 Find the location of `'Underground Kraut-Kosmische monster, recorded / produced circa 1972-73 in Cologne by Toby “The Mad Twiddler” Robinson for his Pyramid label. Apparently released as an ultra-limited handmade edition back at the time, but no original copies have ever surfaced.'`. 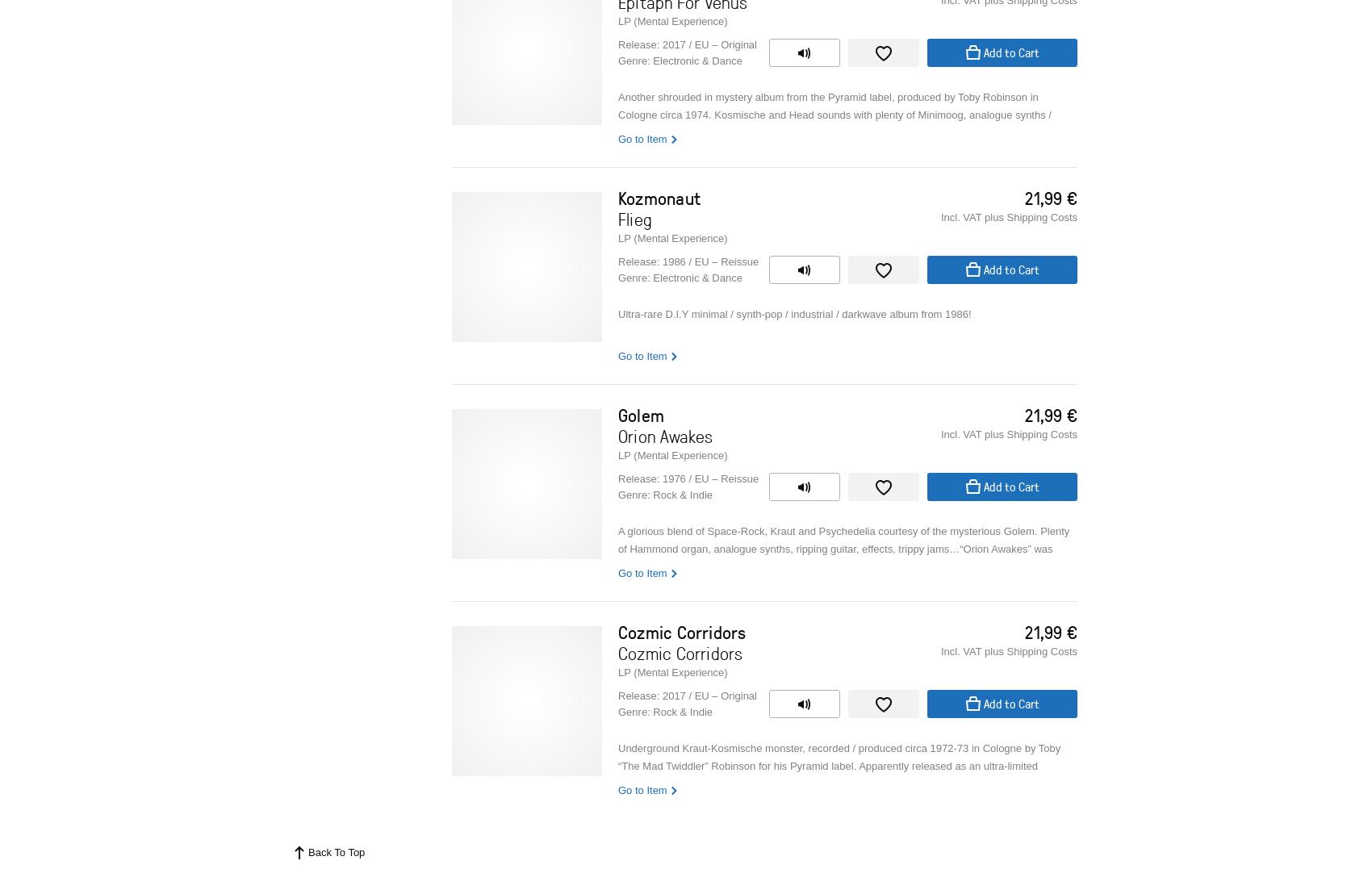

'Underground Kraut-Kosmische monster, recorded / produced circa 1972-73 in Cologne by Toby “The Mad Twiddler” Robinson for his Pyramid label. Apparently released as an ultra-limited handmade edition back at the time, but no original copies have ever surfaced.' is located at coordinates (839, 765).